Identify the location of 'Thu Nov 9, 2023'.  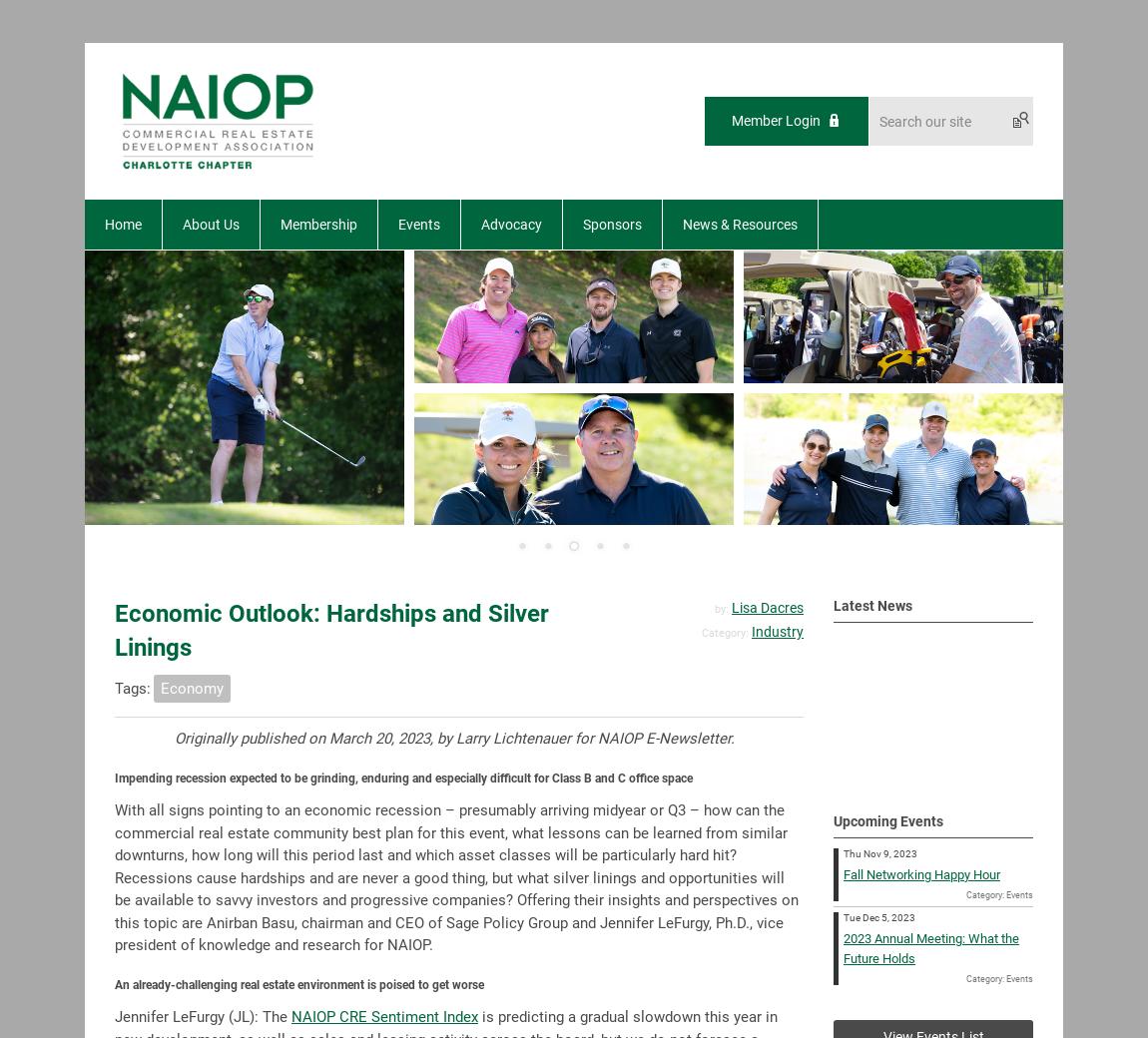
(880, 851).